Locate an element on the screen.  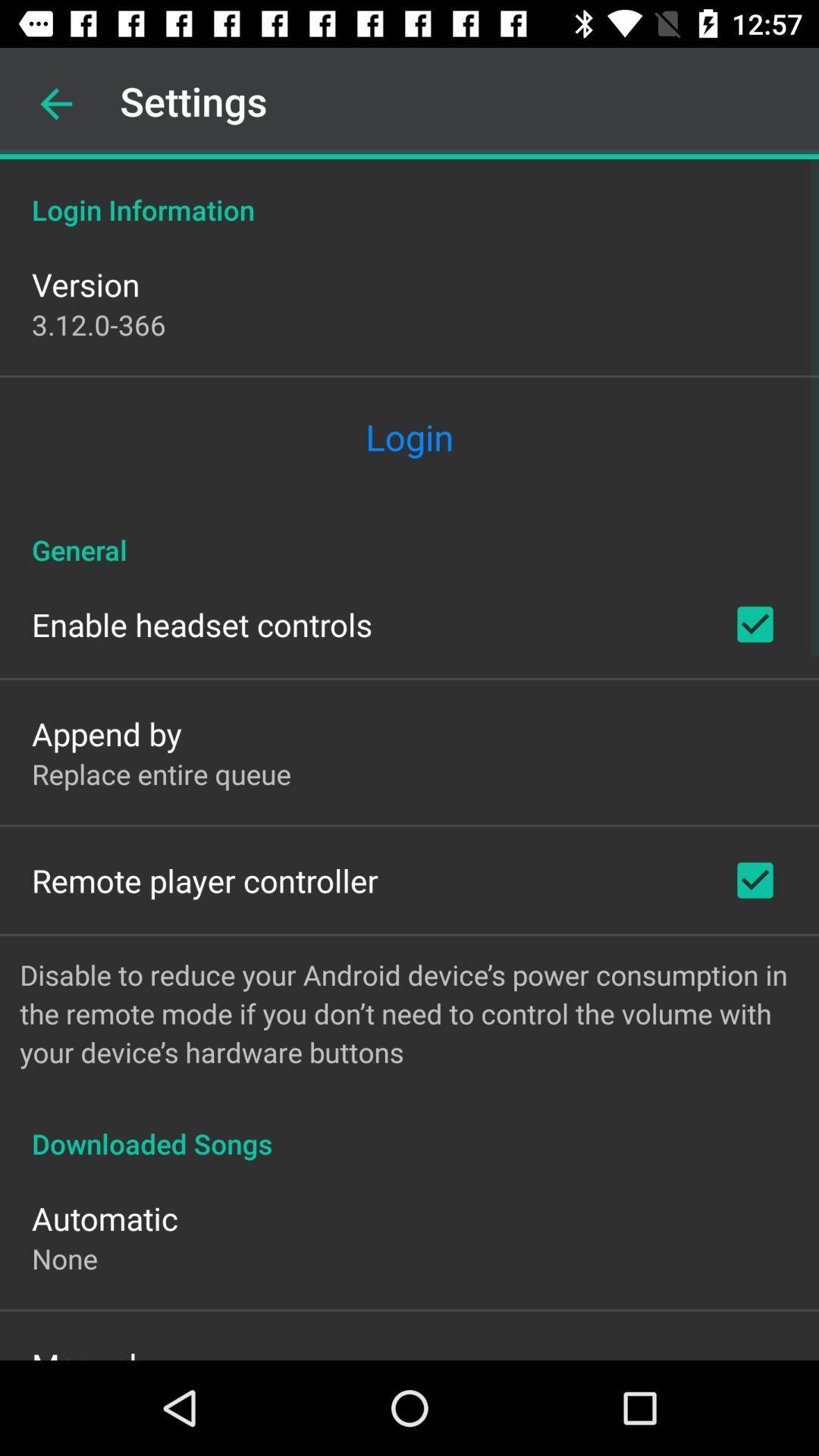
icon at the center is located at coordinates (409, 534).